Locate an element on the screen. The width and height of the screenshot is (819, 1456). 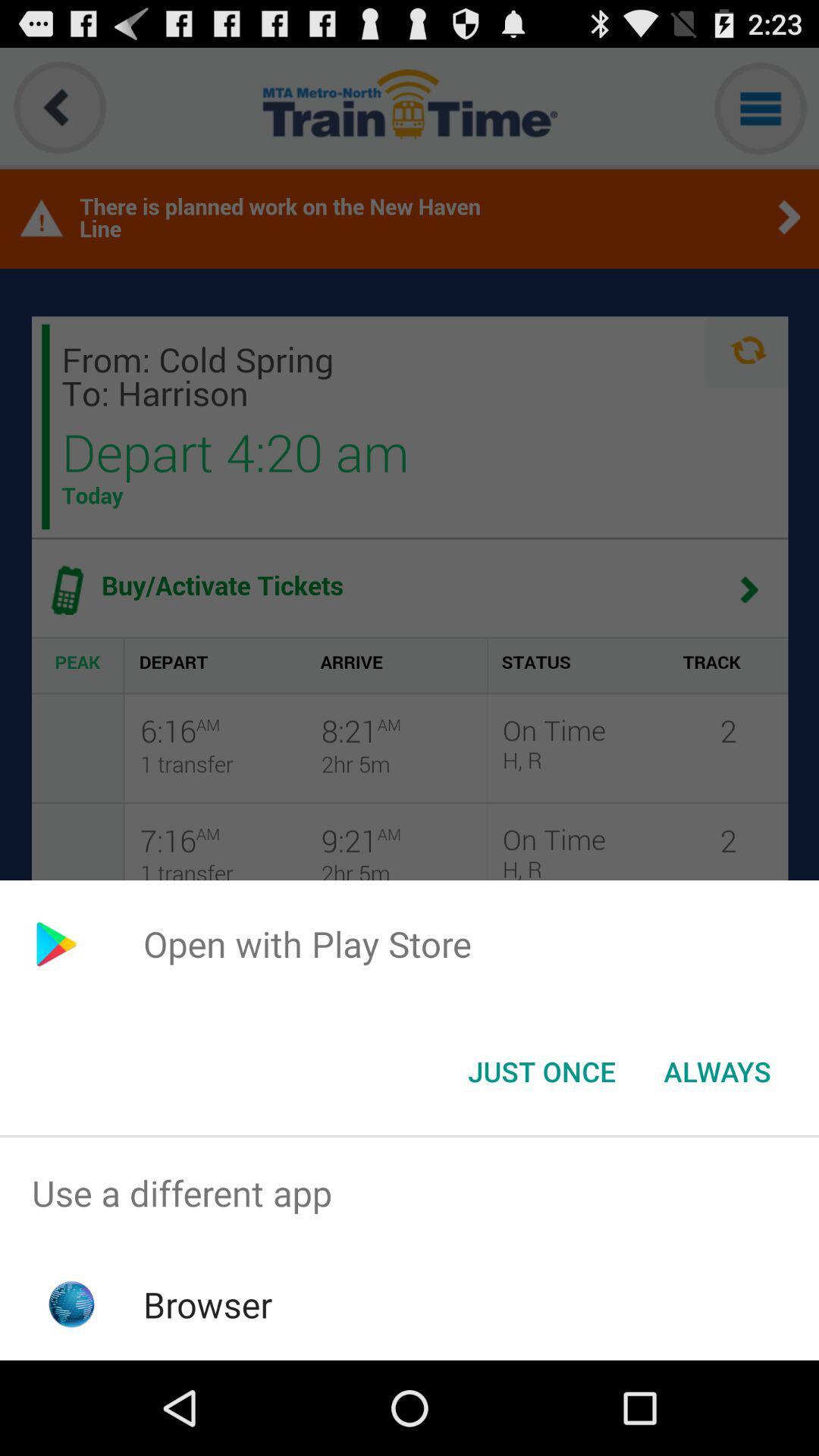
icon below open with play is located at coordinates (717, 1070).